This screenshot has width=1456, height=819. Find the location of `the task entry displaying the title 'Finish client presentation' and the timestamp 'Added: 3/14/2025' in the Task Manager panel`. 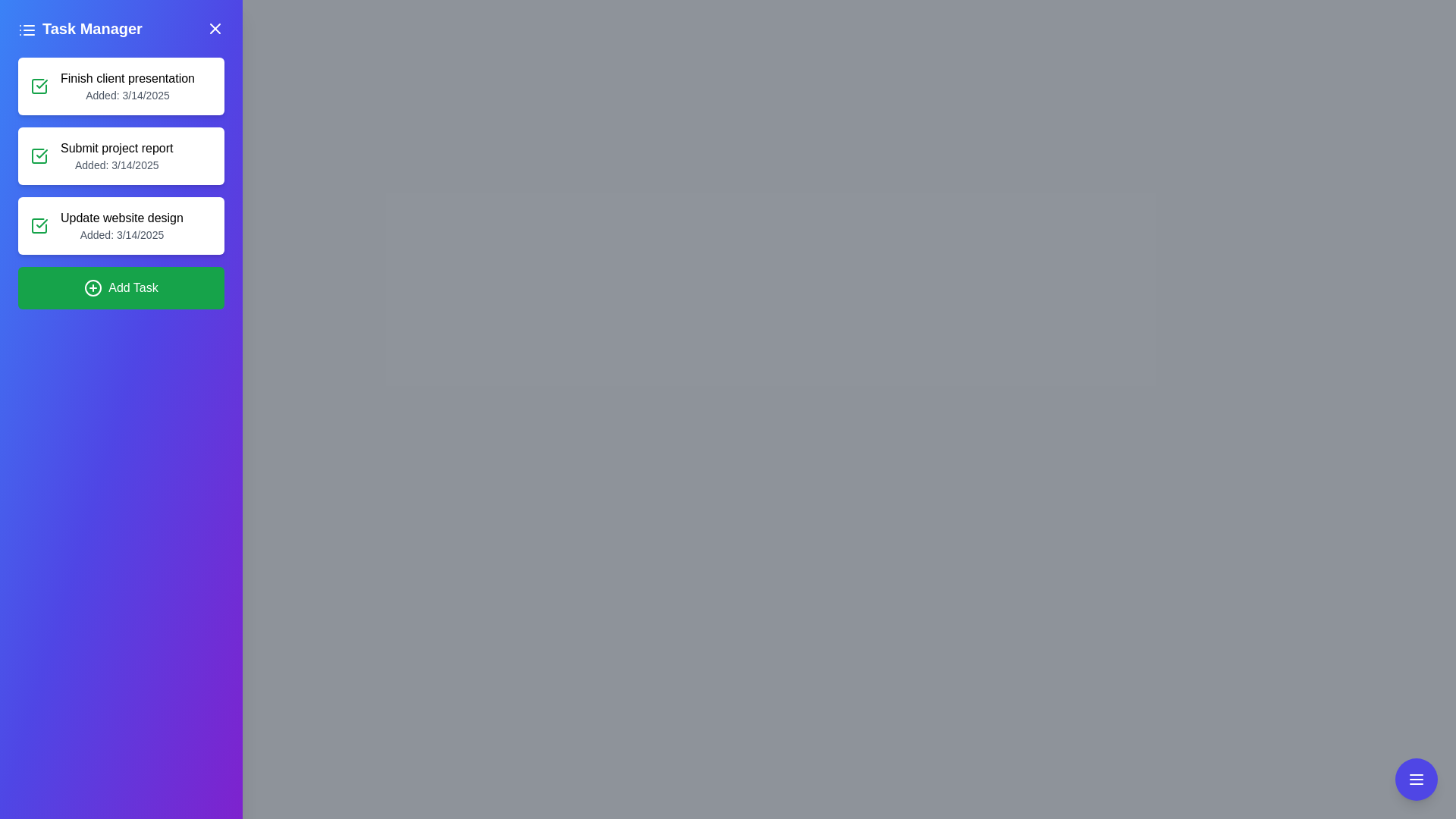

the task entry displaying the title 'Finish client presentation' and the timestamp 'Added: 3/14/2025' in the Task Manager panel is located at coordinates (127, 86).